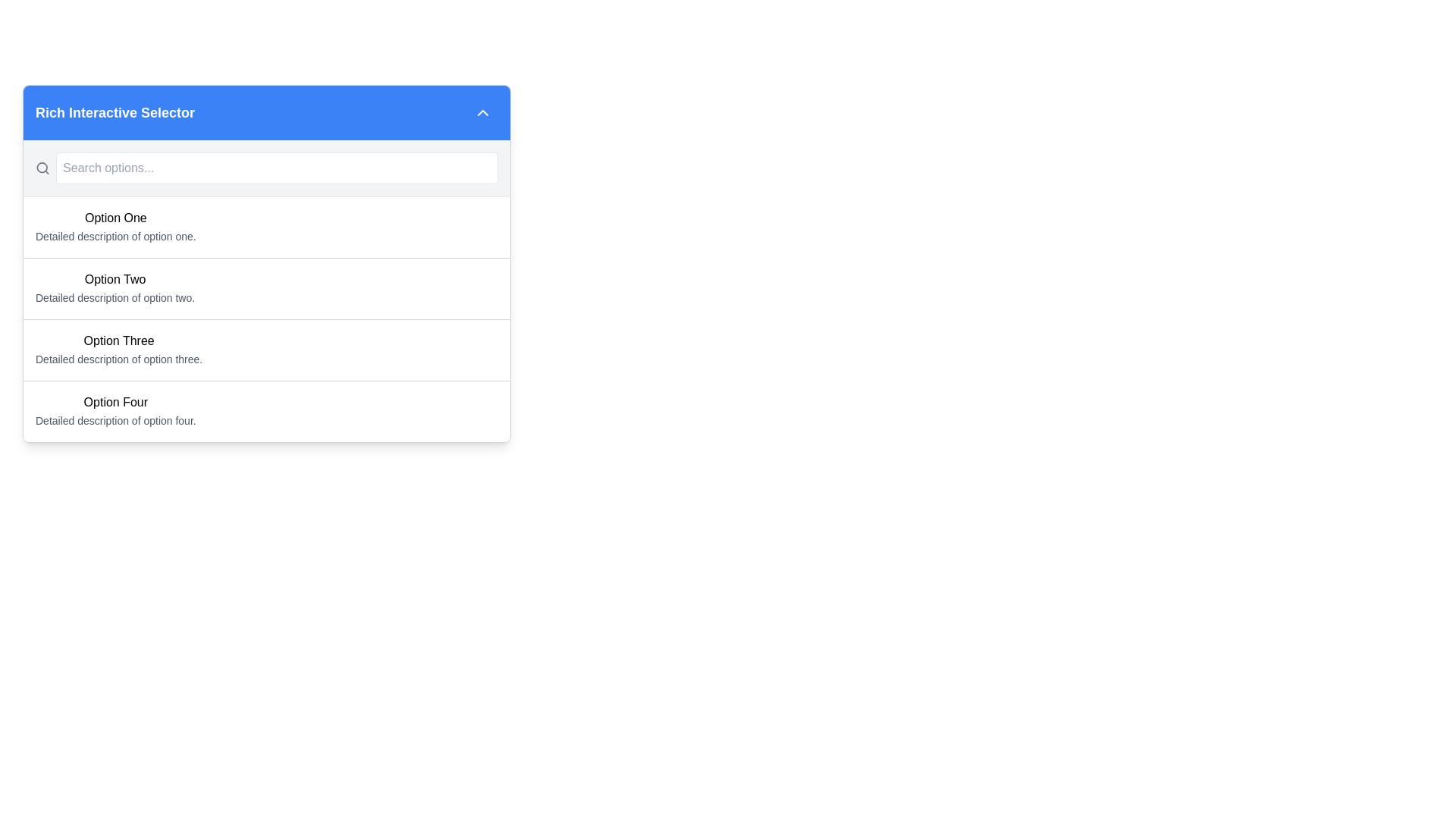 The width and height of the screenshot is (1456, 819). What do you see at coordinates (118, 341) in the screenshot?
I see `the text label for 'Option Three' to select it from the list of selectable items` at bounding box center [118, 341].